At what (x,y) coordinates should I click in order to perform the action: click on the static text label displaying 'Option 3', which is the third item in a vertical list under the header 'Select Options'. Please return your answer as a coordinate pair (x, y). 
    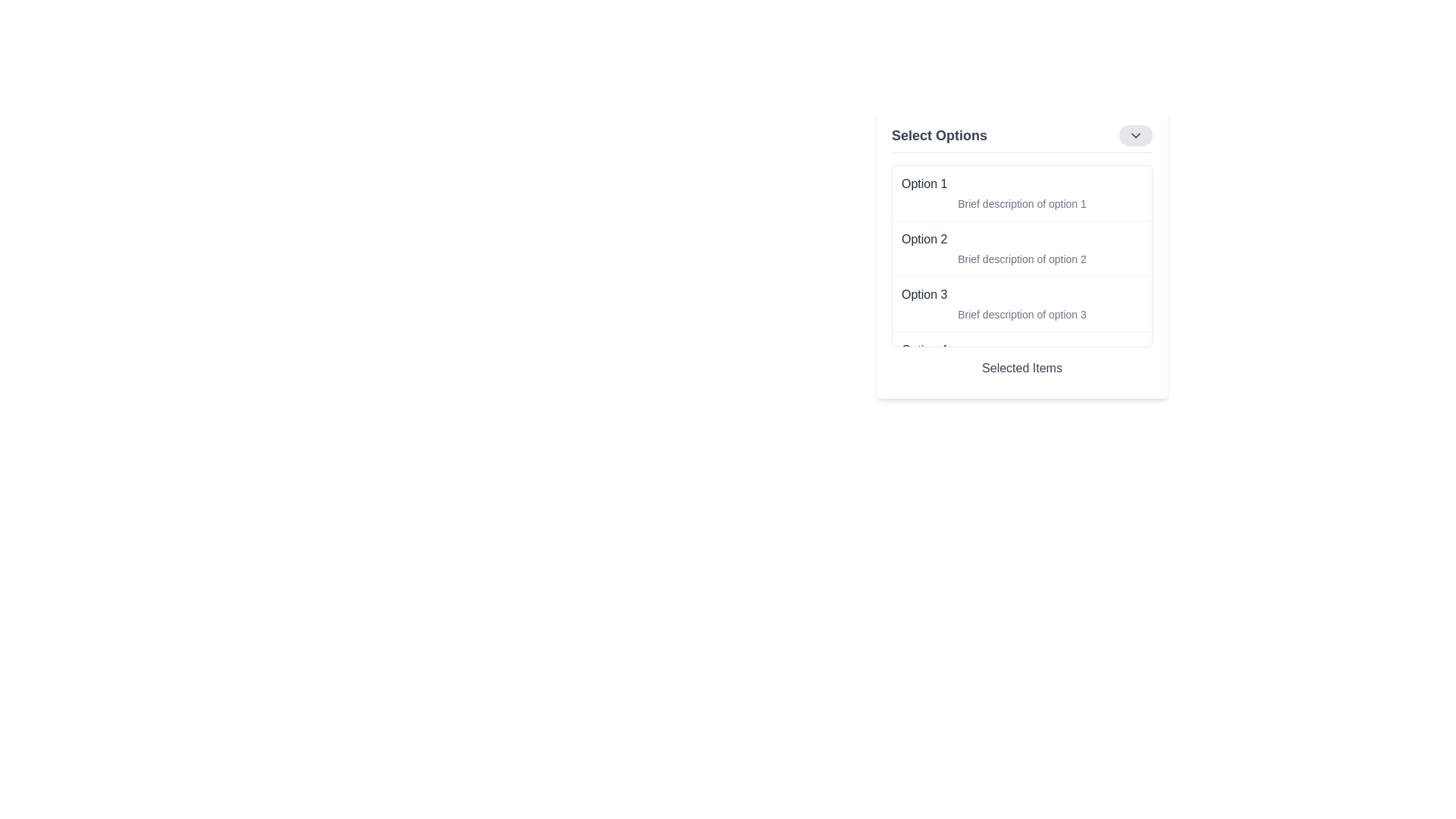
    Looking at the image, I should click on (924, 295).